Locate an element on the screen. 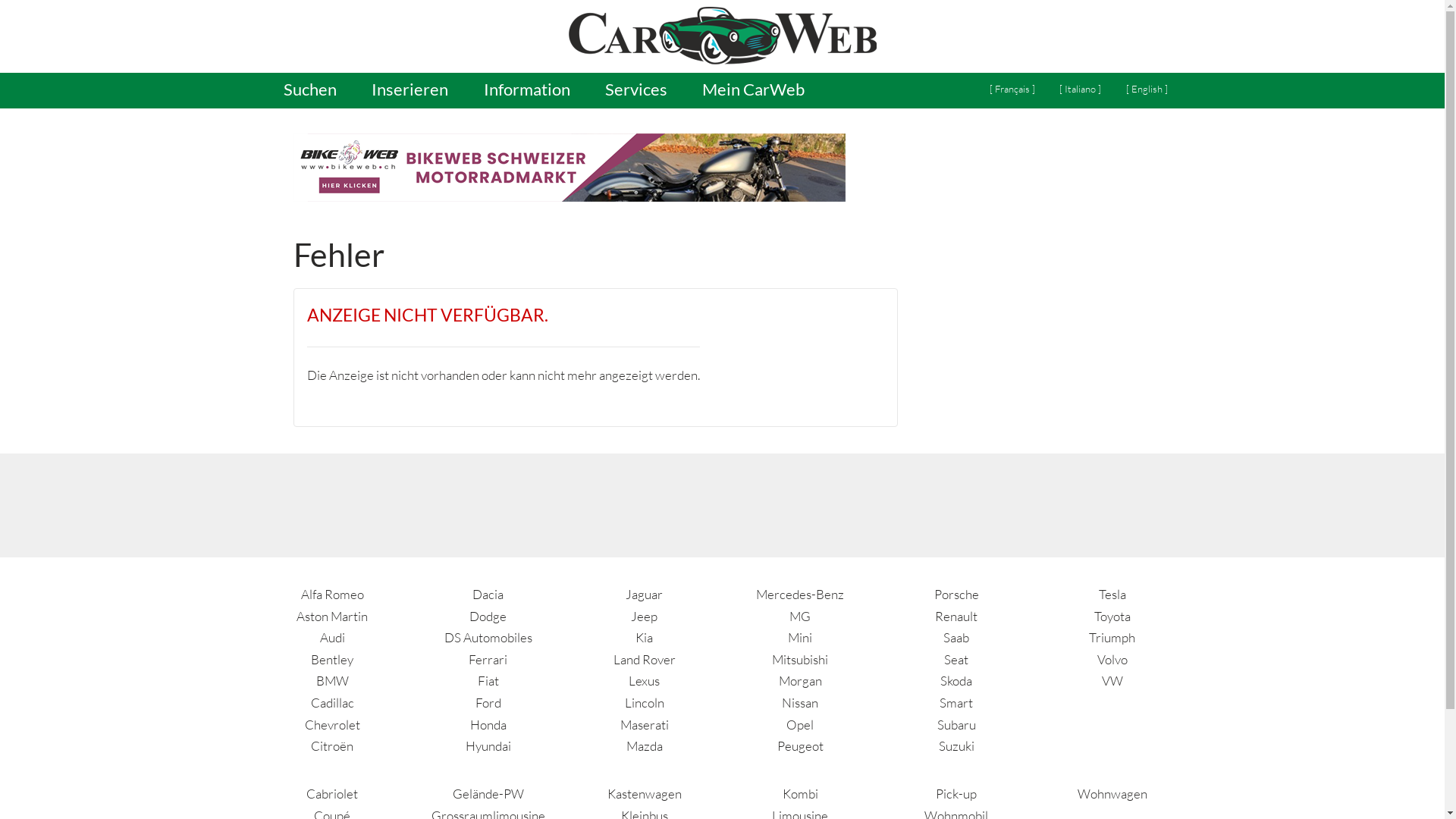  'Dacia' is located at coordinates (488, 593).